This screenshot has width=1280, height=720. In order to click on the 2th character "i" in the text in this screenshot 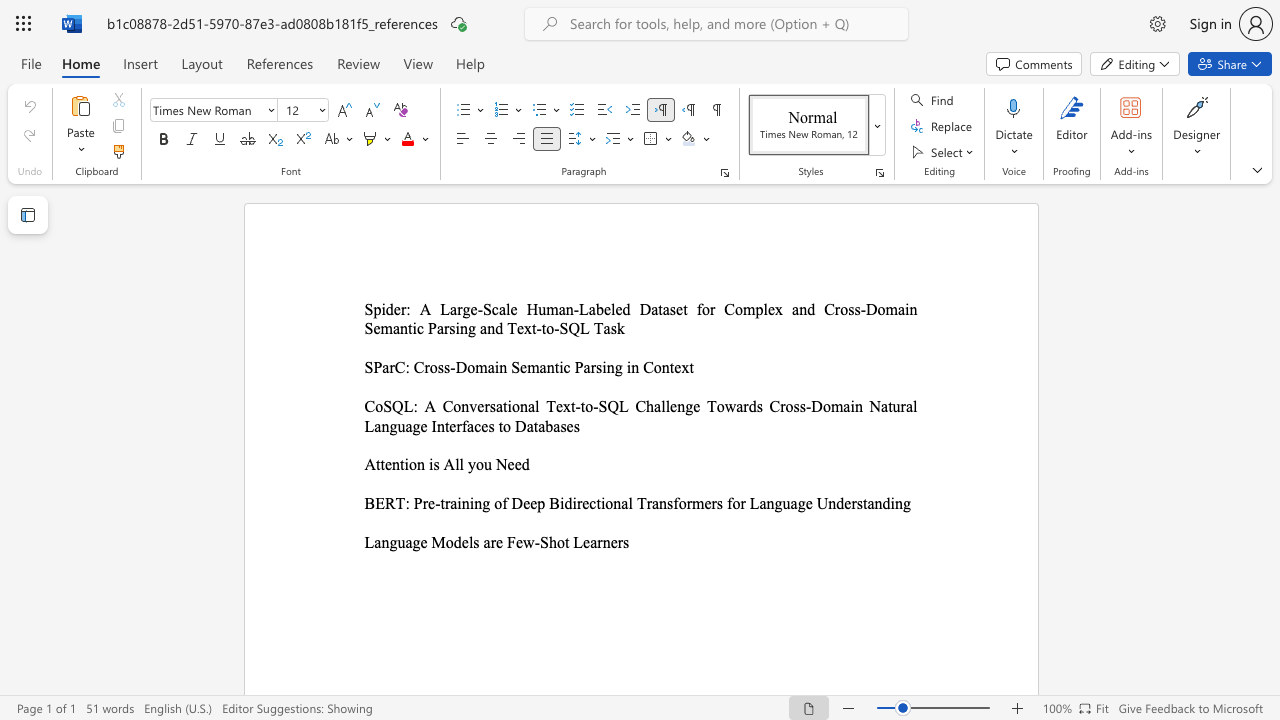, I will do `click(471, 502)`.